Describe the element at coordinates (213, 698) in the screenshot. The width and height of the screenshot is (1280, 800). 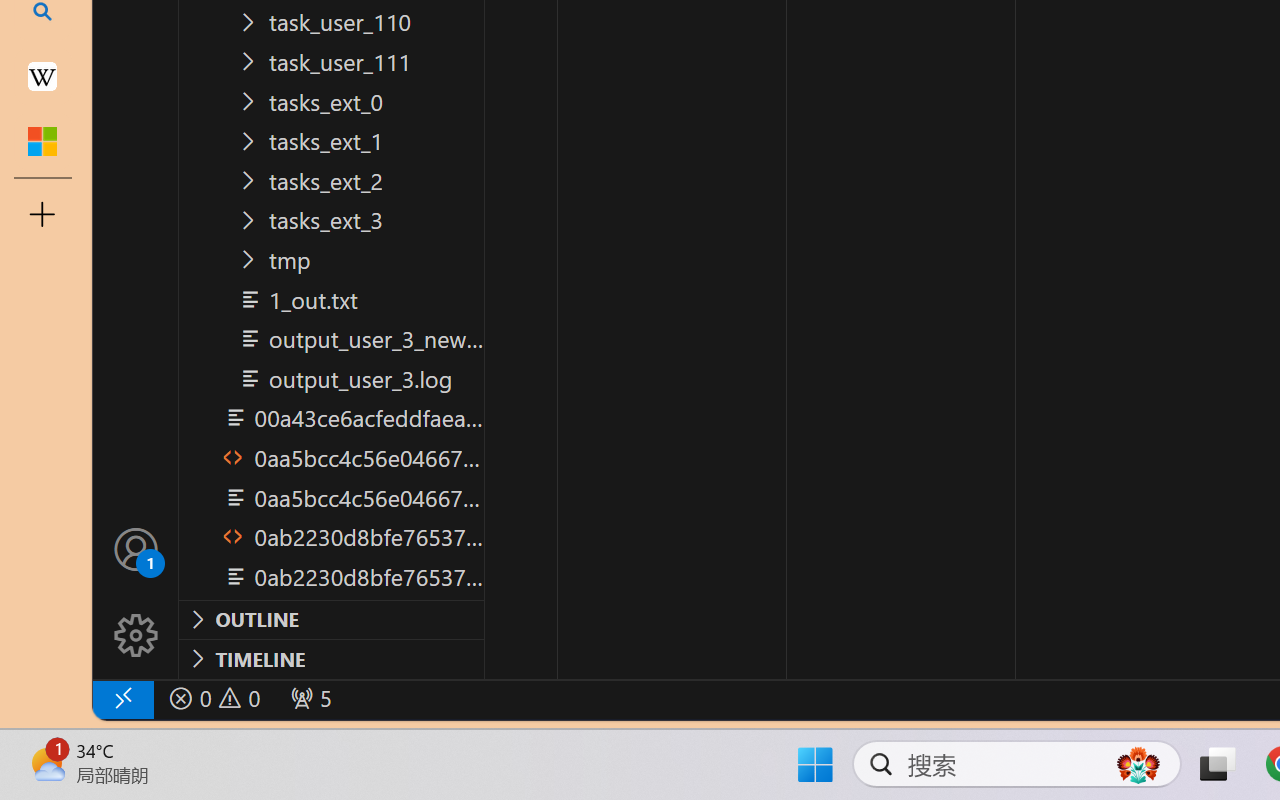
I see `'No Problems'` at that location.